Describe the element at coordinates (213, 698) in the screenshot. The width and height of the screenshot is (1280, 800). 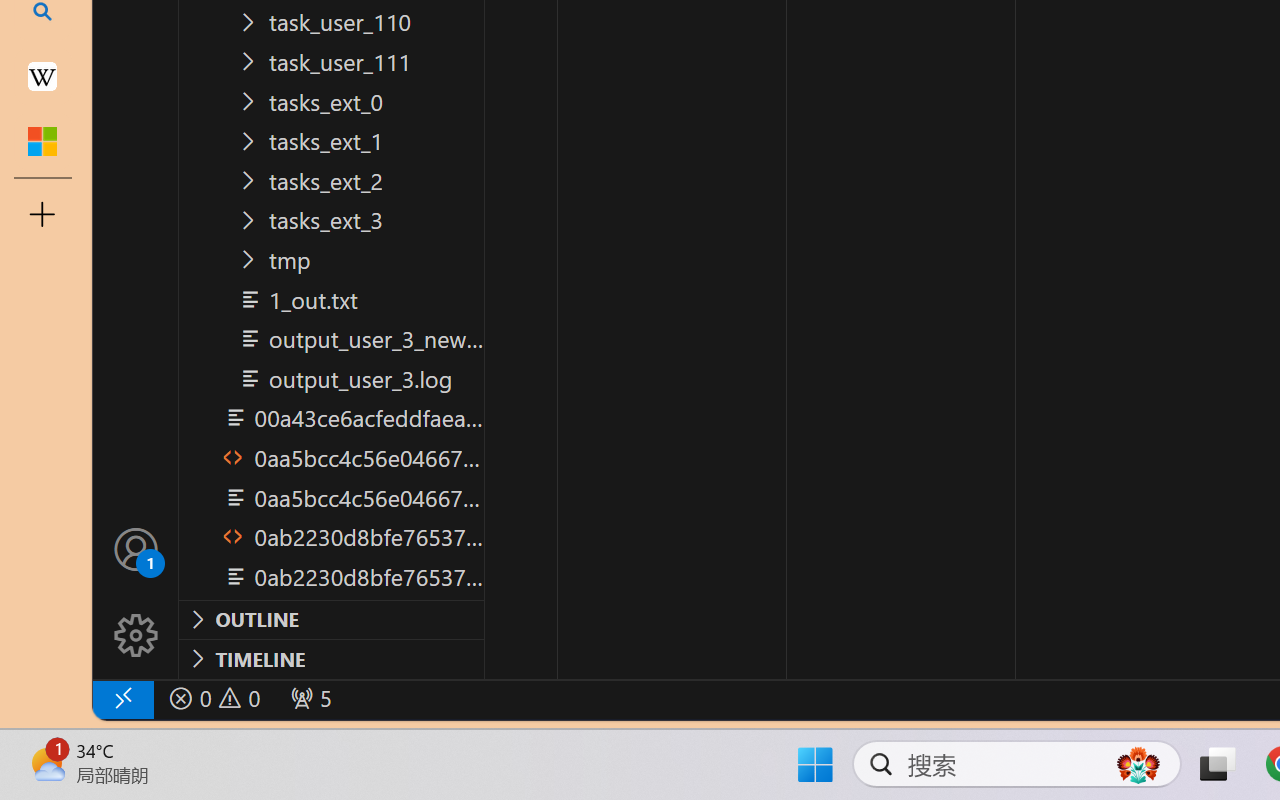
I see `'No Problems'` at that location.